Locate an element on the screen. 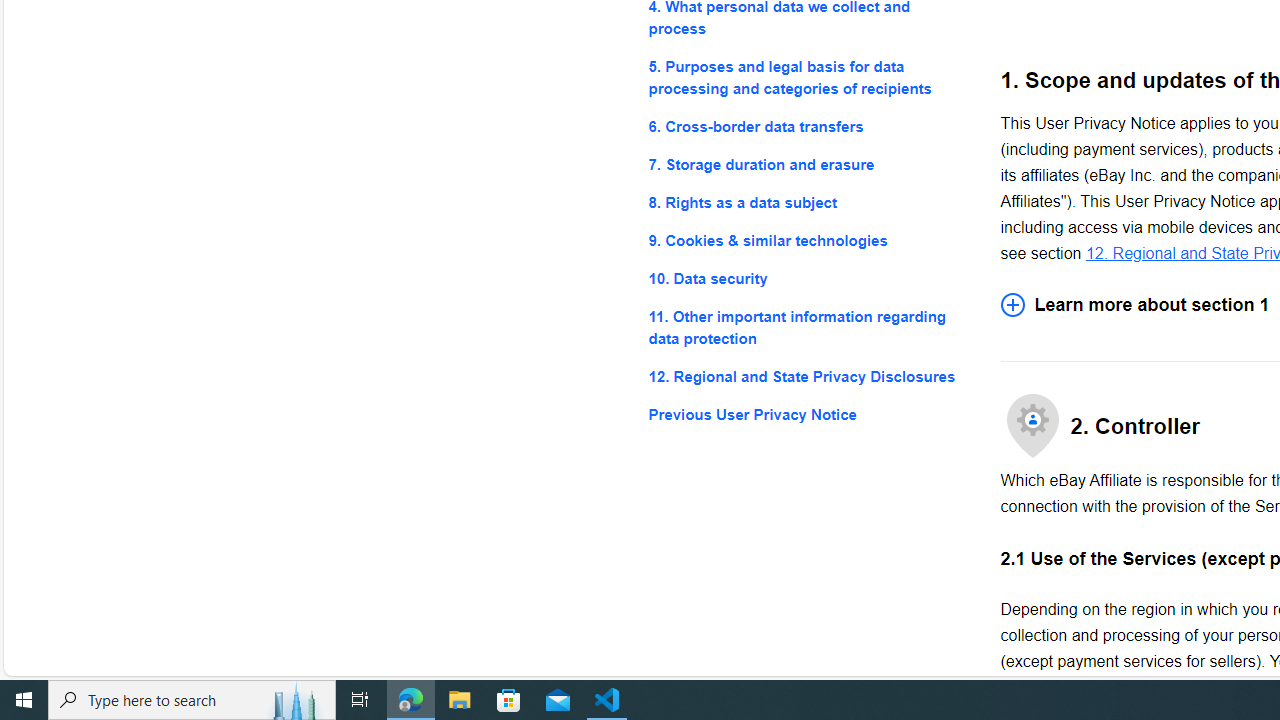  '12. Regional and State Privacy Disclosures' is located at coordinates (808, 377).